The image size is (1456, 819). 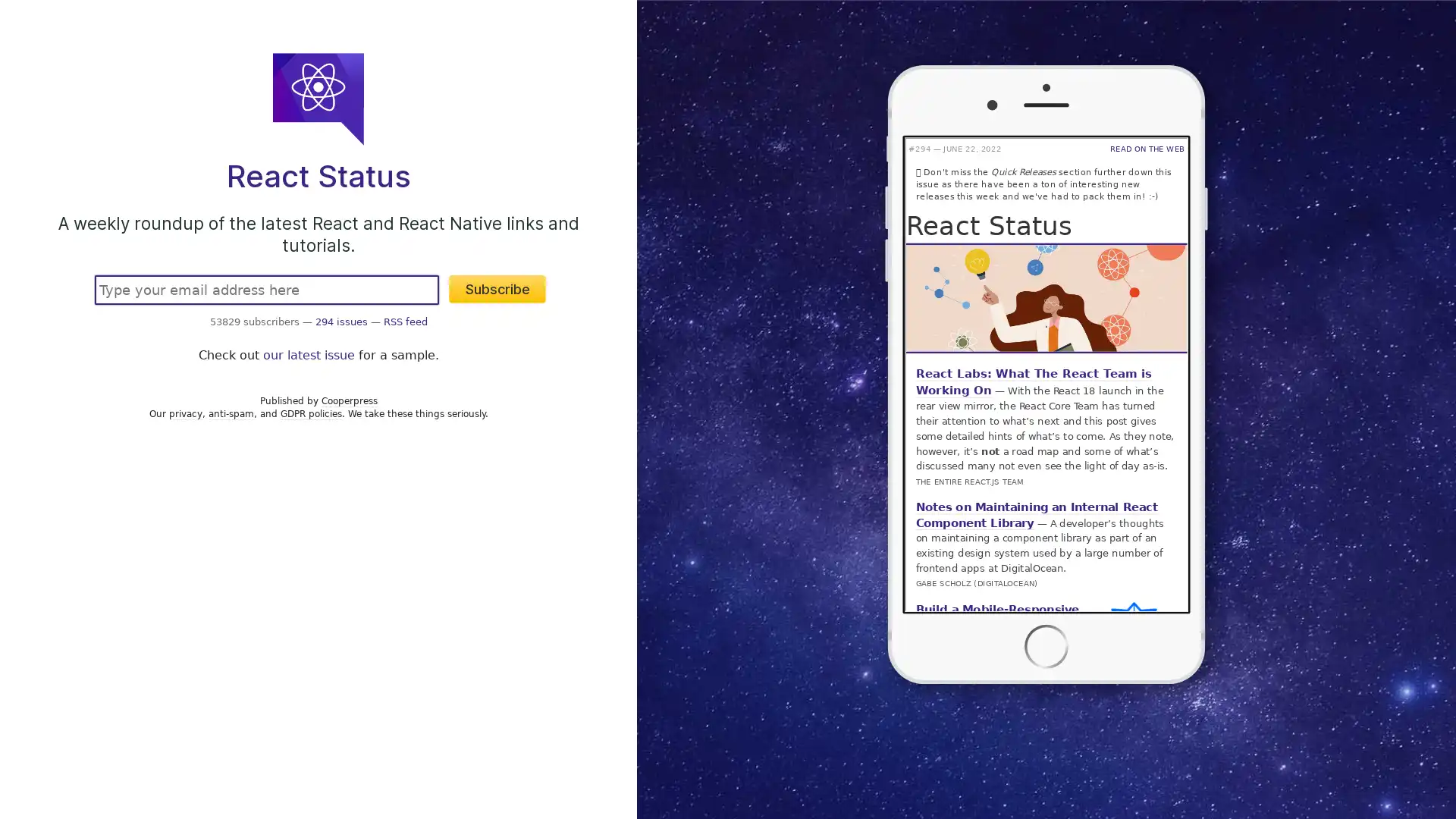 I want to click on Subscribe, so click(x=497, y=289).